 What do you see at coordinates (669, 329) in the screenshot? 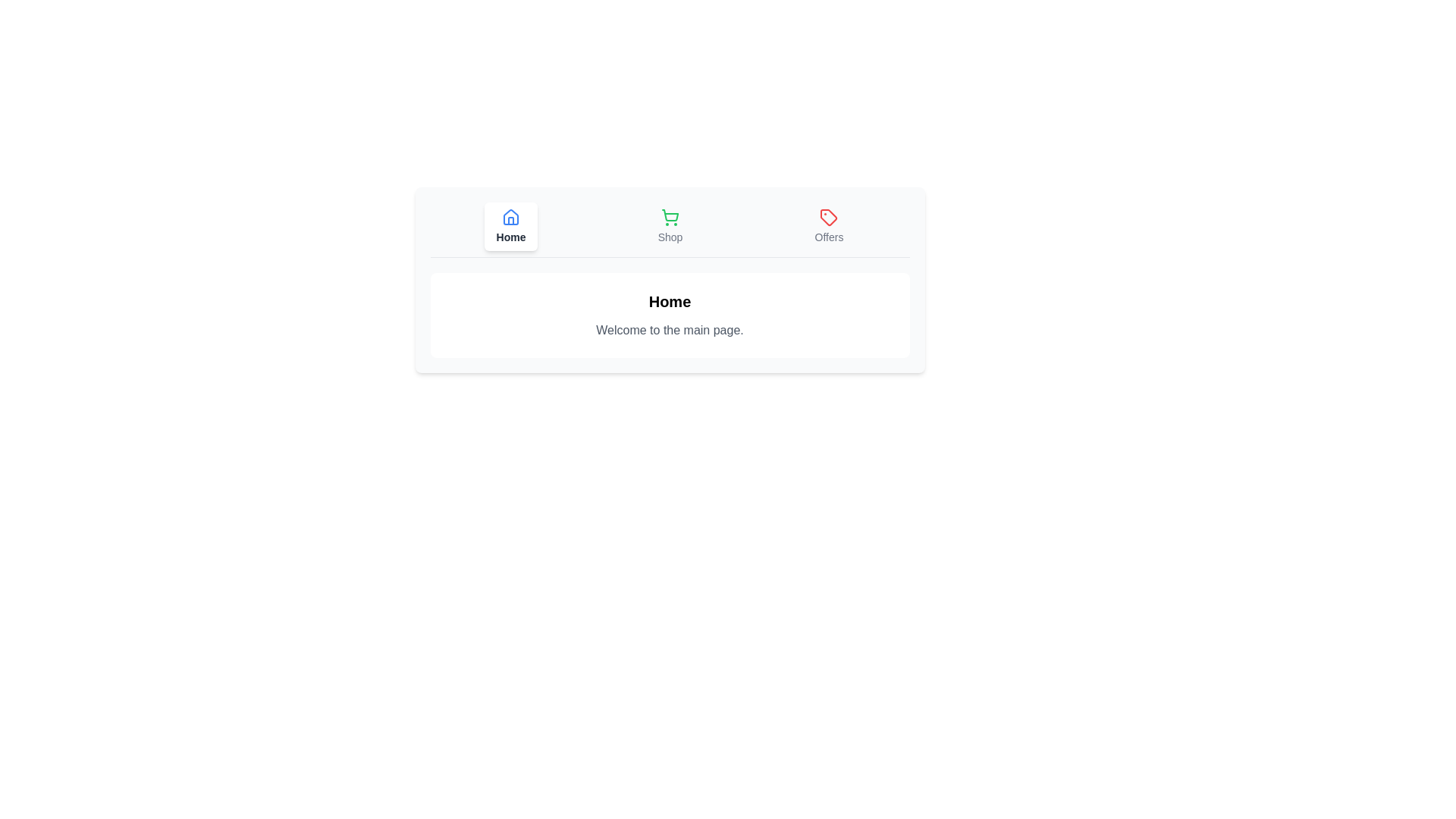
I see `the text 'Welcome to the main page.' to select it` at bounding box center [669, 329].